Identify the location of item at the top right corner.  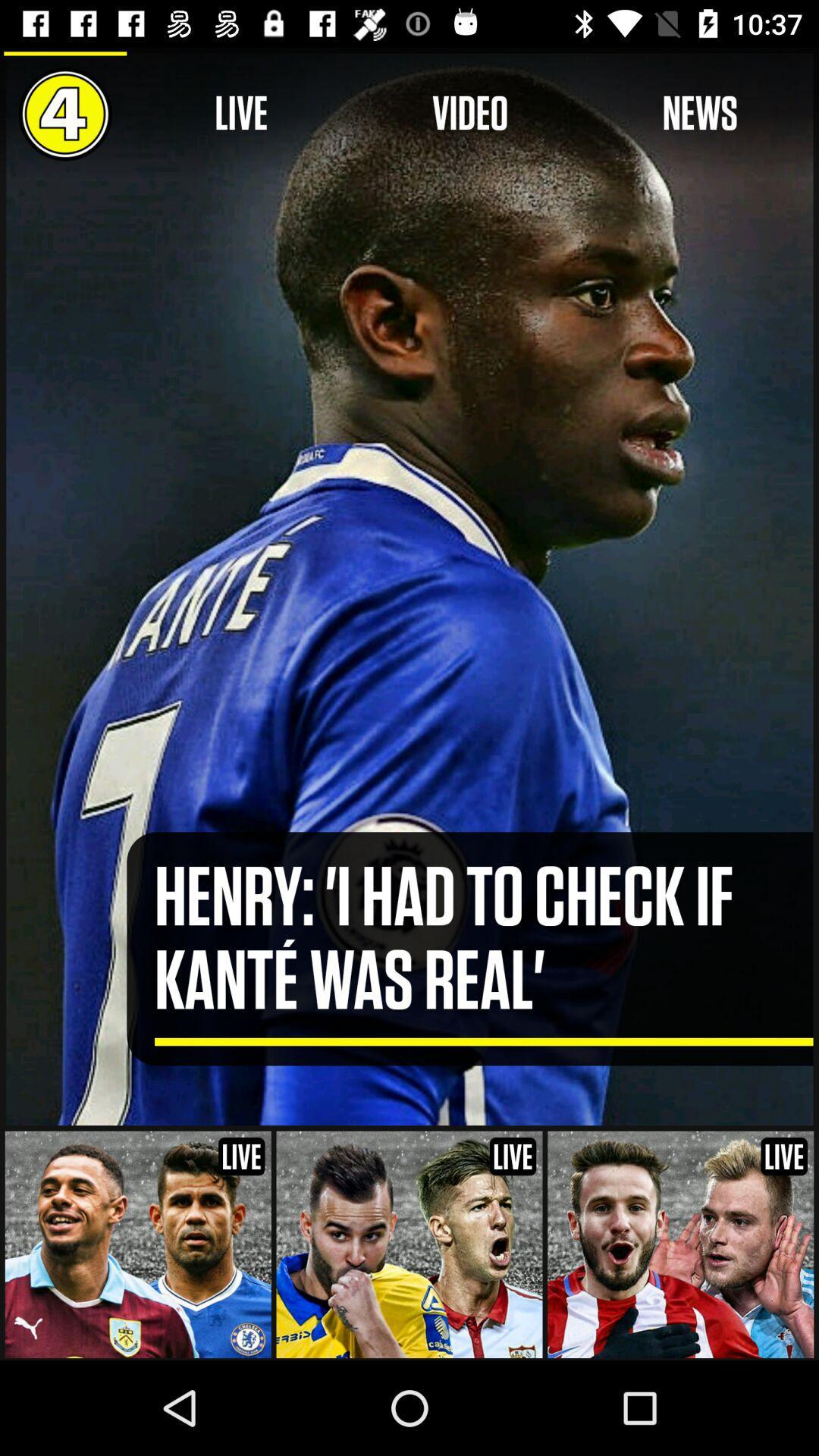
(700, 113).